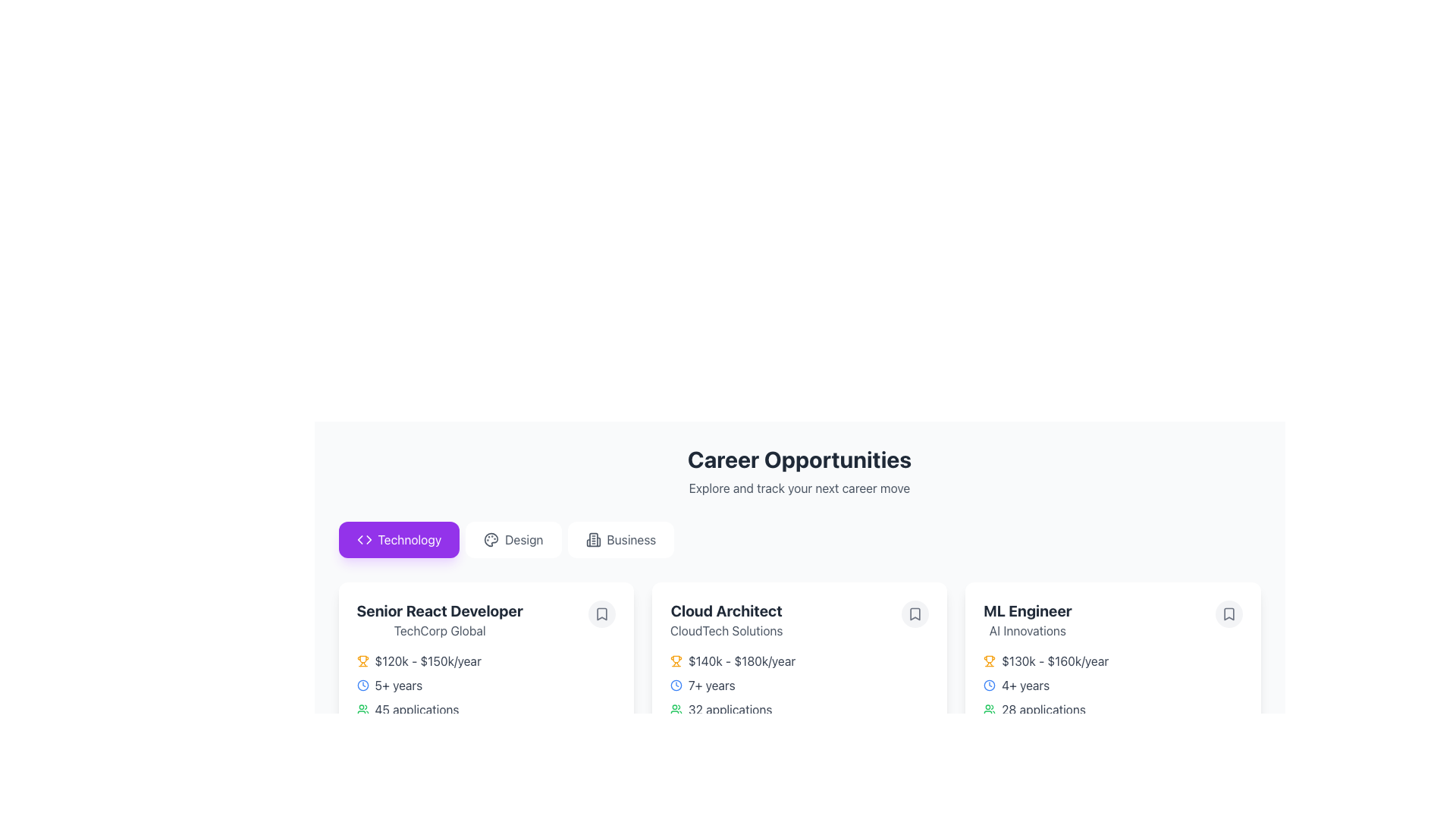  What do you see at coordinates (362, 685) in the screenshot?
I see `the small blue clock icon with a circular outline and clock hands, which is located to the left of the text '5+ years' in the 'Senior React Developer' section under 'Technology'` at bounding box center [362, 685].